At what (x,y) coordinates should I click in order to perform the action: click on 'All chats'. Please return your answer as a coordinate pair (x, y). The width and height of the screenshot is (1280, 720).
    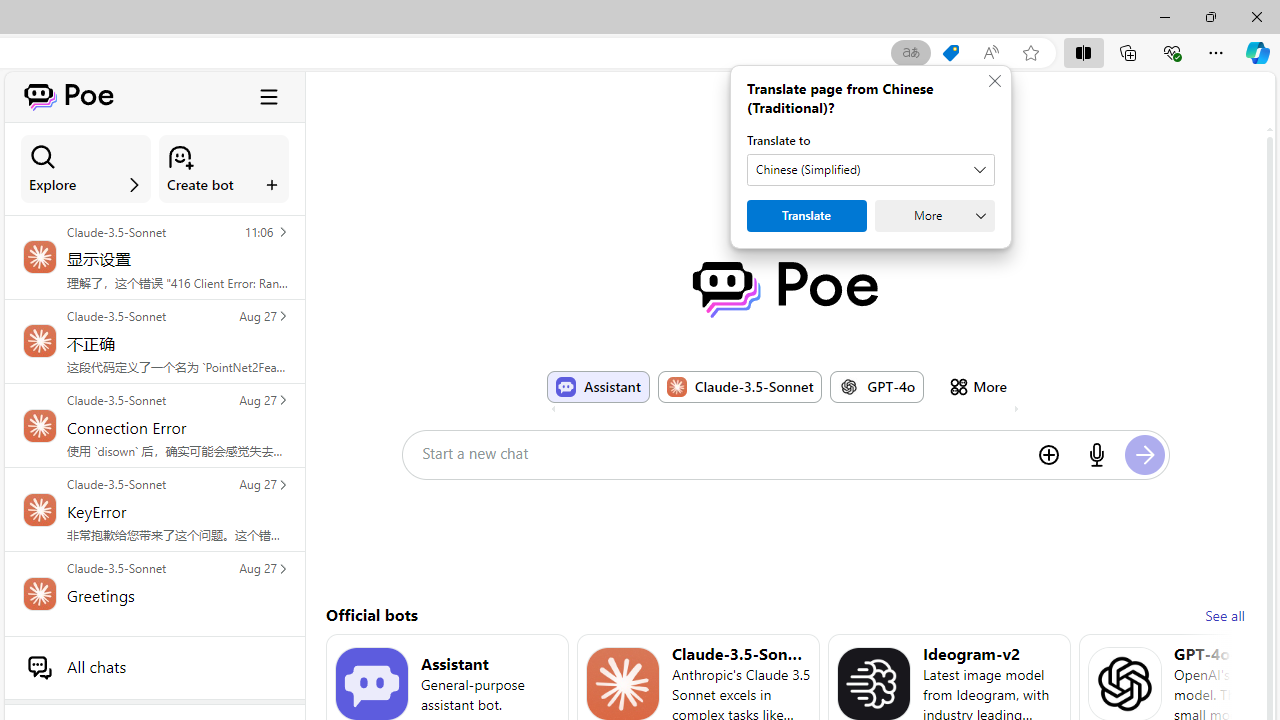
    Looking at the image, I should click on (153, 667).